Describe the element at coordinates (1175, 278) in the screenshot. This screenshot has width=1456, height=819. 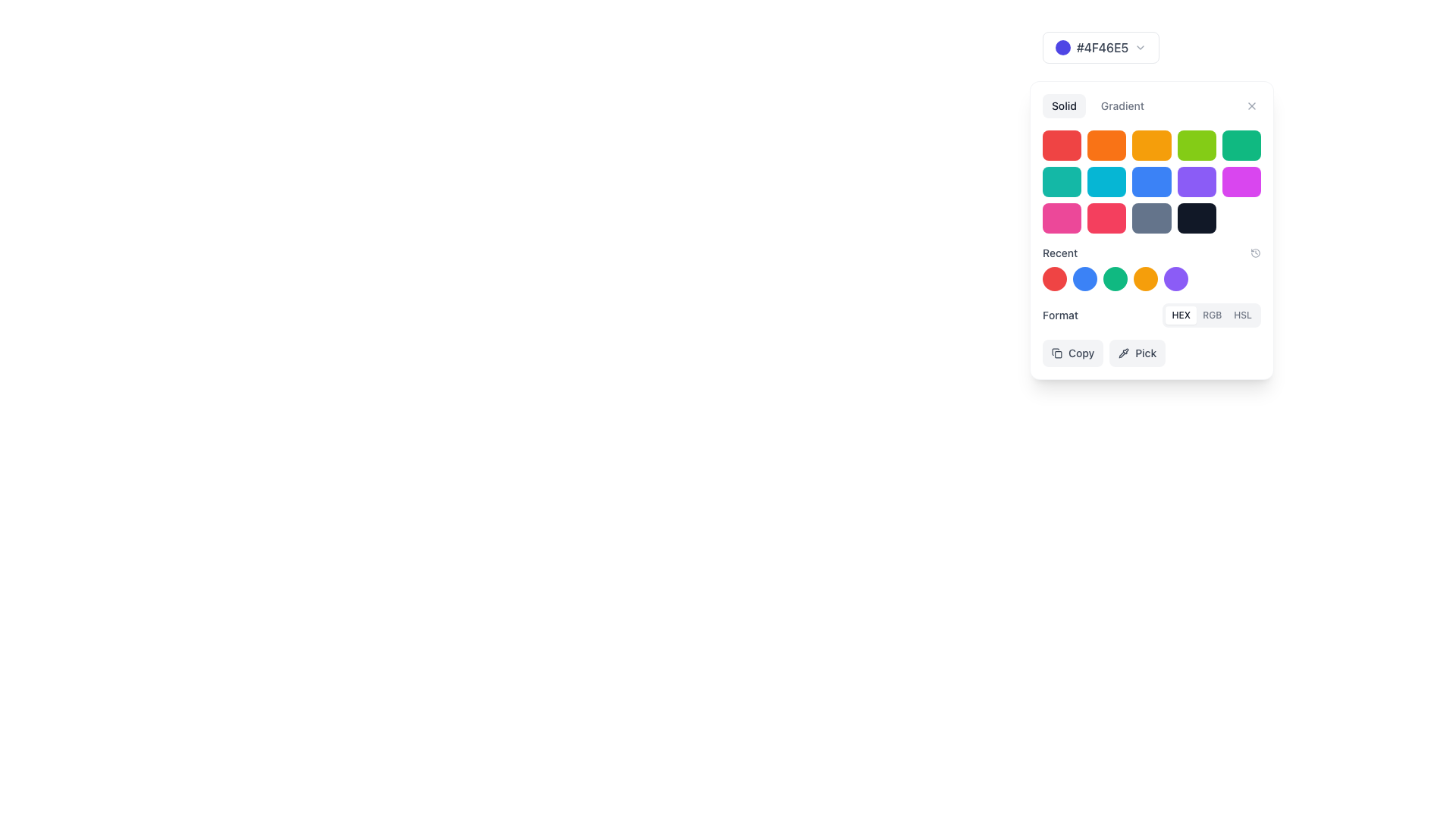
I see `the fifth circular button in the dropdown-style selector` at that location.